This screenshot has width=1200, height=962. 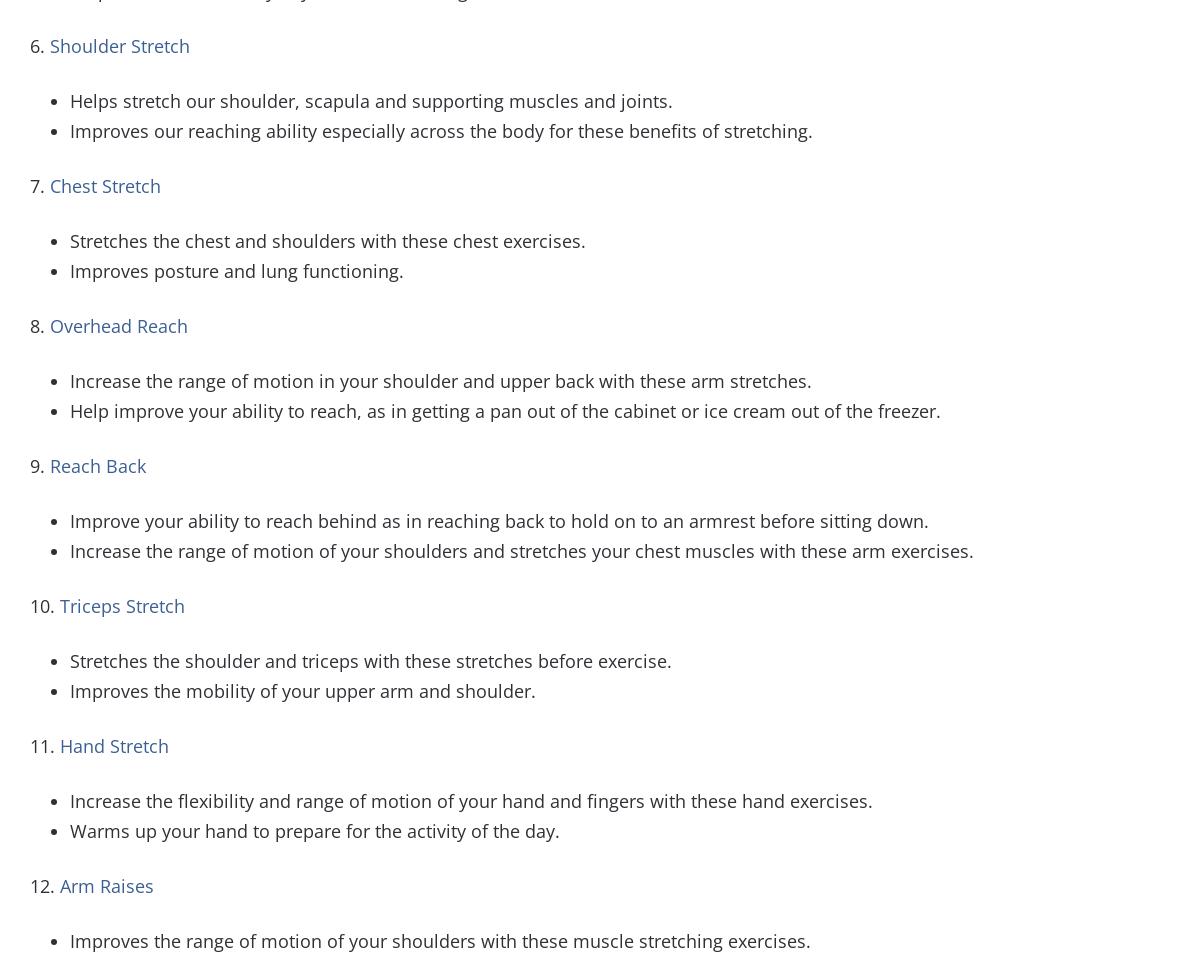 I want to click on 'Shoulder Stretch', so click(x=120, y=44).